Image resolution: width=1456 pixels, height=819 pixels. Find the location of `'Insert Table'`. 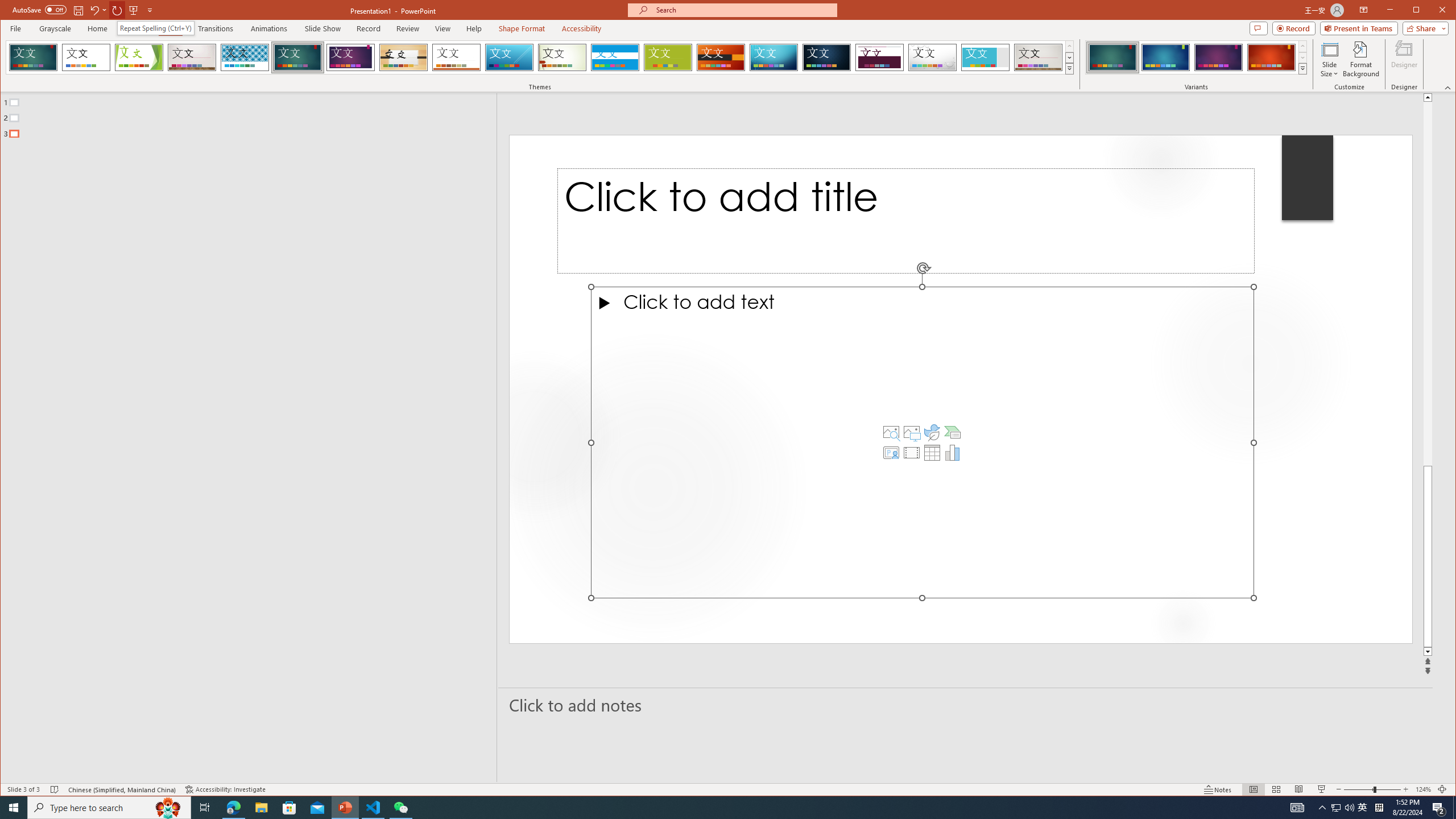

'Insert Table' is located at coordinates (932, 453).